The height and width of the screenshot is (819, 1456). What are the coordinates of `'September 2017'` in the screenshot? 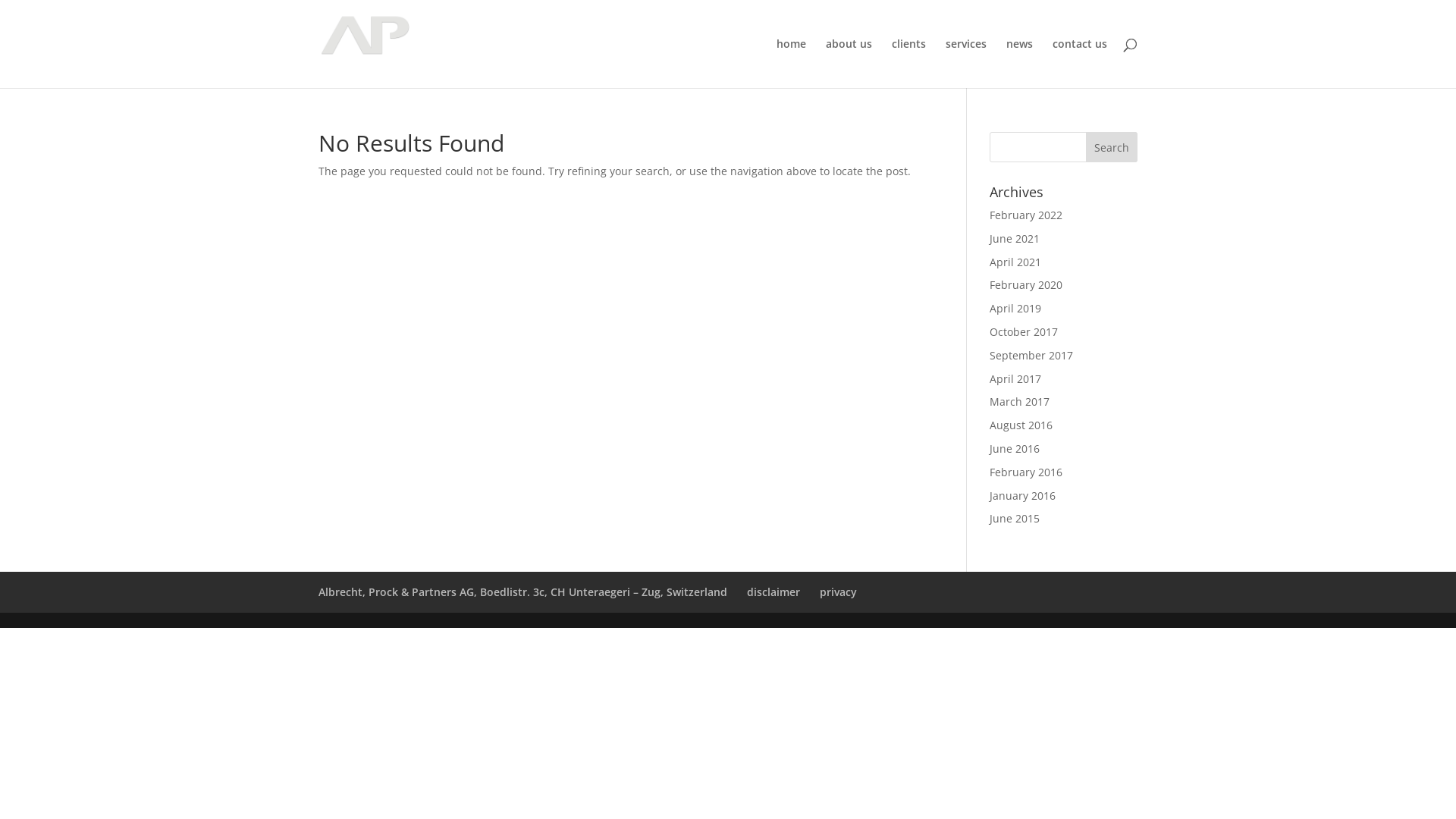 It's located at (1031, 355).